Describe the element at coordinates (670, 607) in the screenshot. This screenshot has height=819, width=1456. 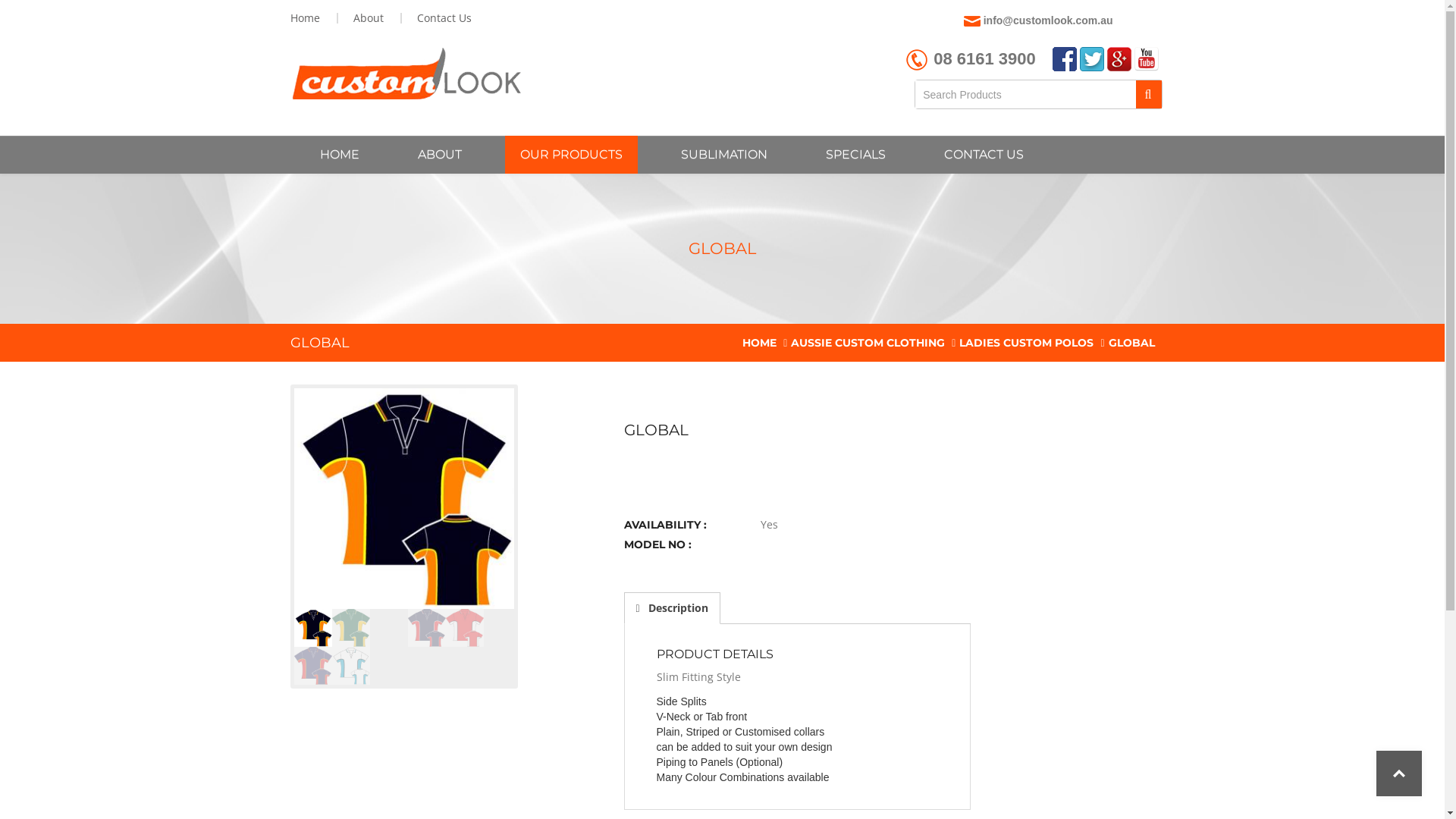
I see `'Description'` at that location.